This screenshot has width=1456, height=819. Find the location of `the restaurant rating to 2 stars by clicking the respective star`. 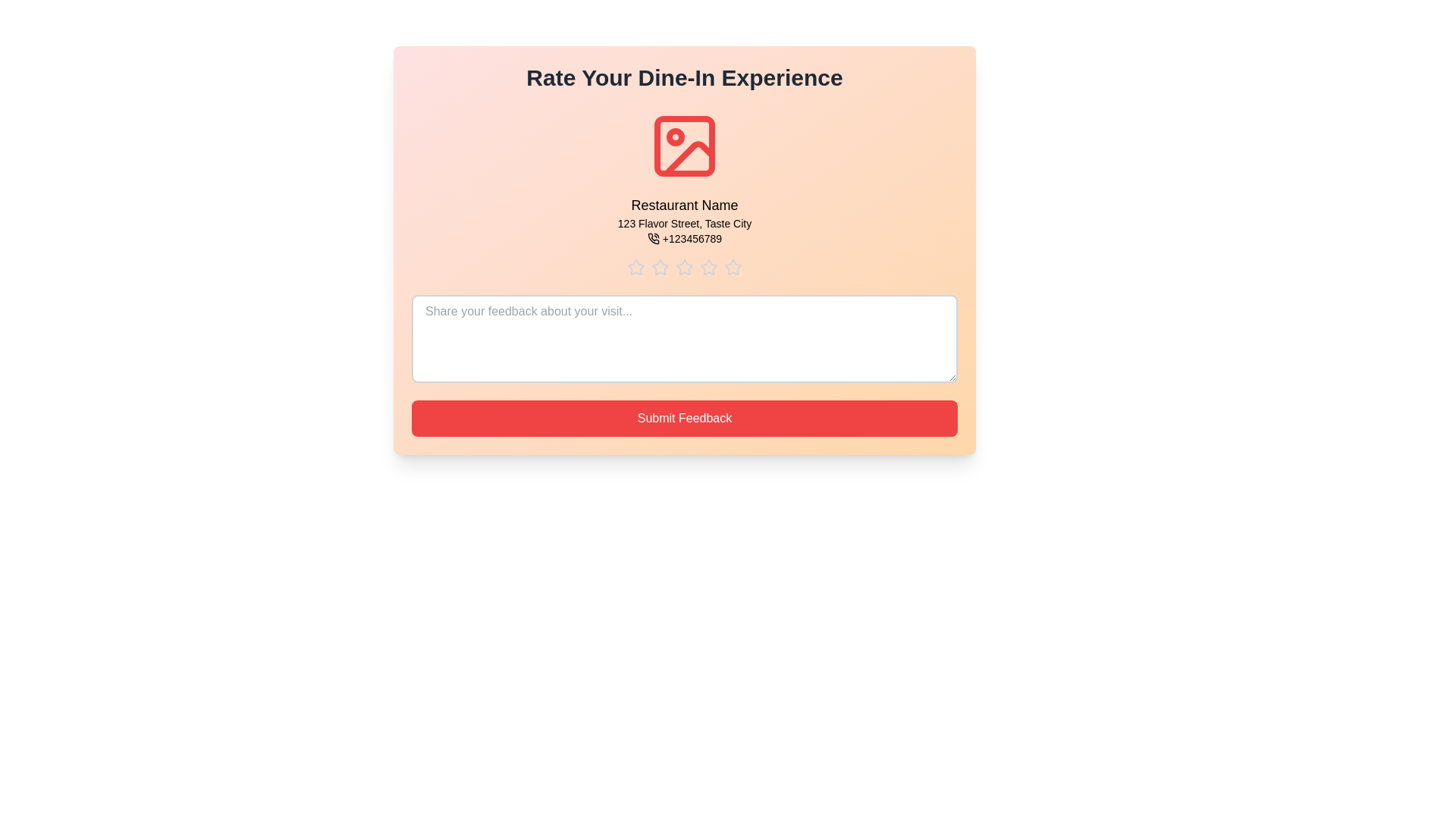

the restaurant rating to 2 stars by clicking the respective star is located at coordinates (660, 267).